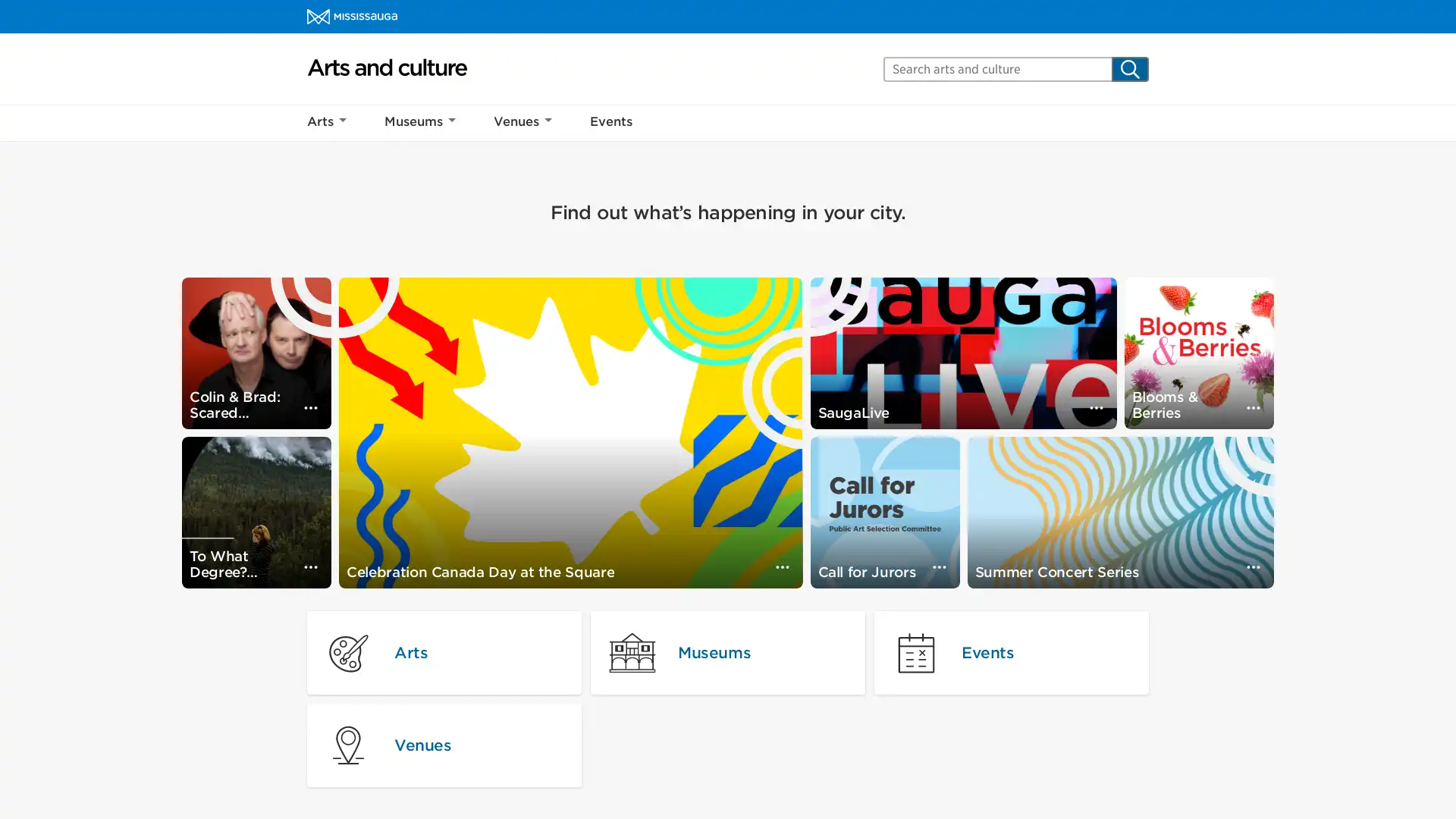  I want to click on Visually show the card details, so click(309, 406).